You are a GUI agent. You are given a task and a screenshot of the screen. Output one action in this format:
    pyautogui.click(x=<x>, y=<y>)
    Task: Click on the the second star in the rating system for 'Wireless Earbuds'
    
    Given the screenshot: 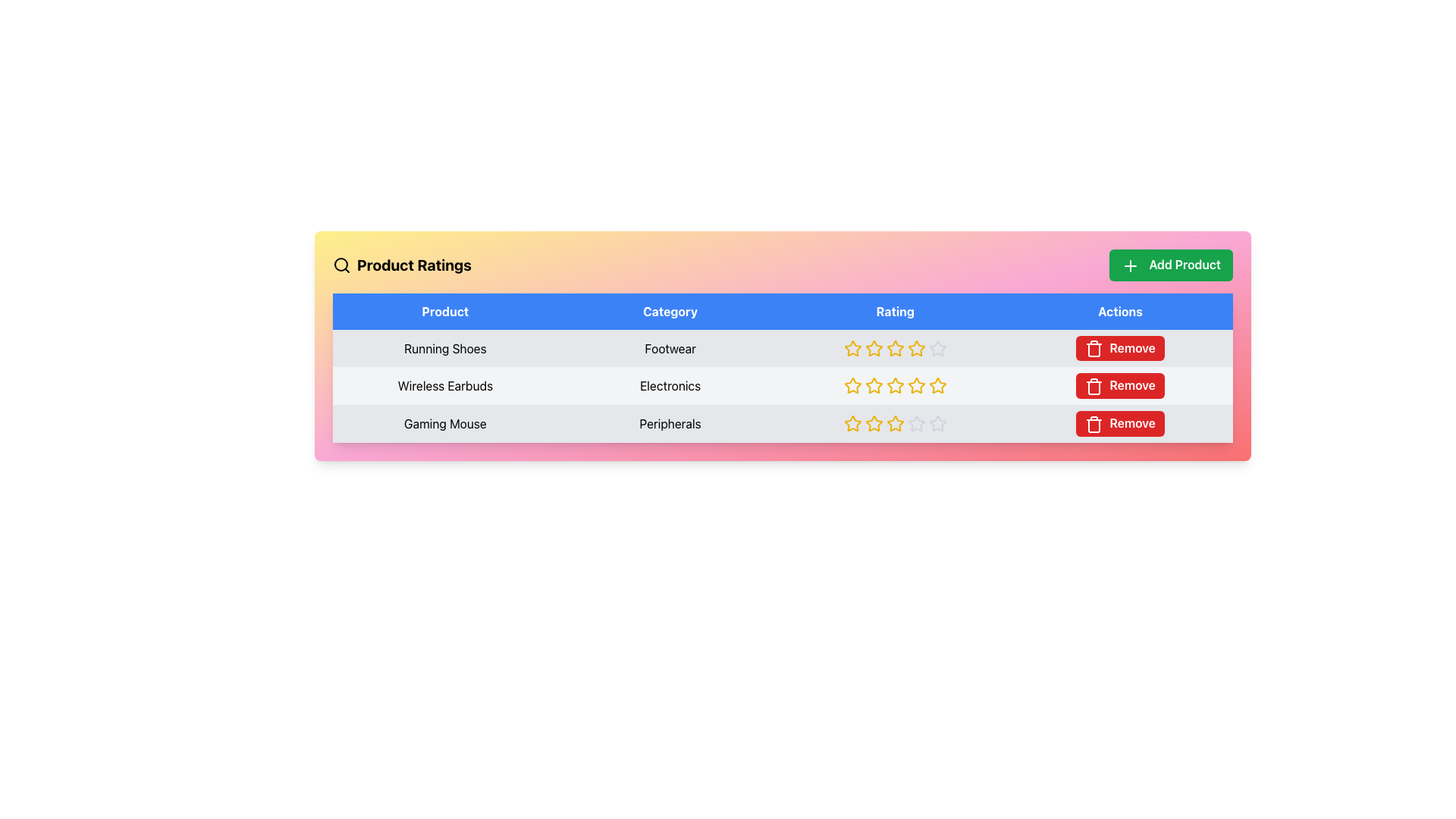 What is the action you would take?
    pyautogui.click(x=874, y=384)
    